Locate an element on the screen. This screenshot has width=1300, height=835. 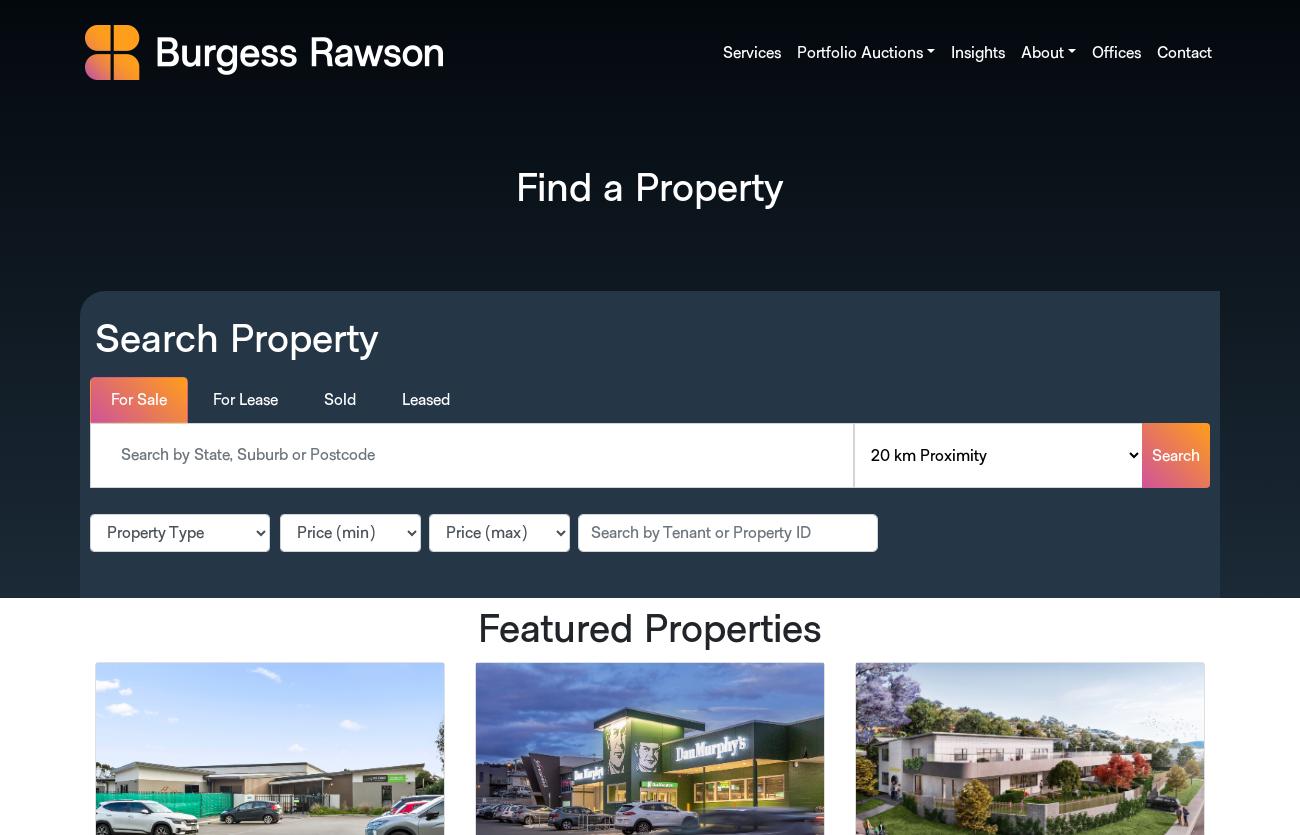
'Insights' is located at coordinates (975, 52).